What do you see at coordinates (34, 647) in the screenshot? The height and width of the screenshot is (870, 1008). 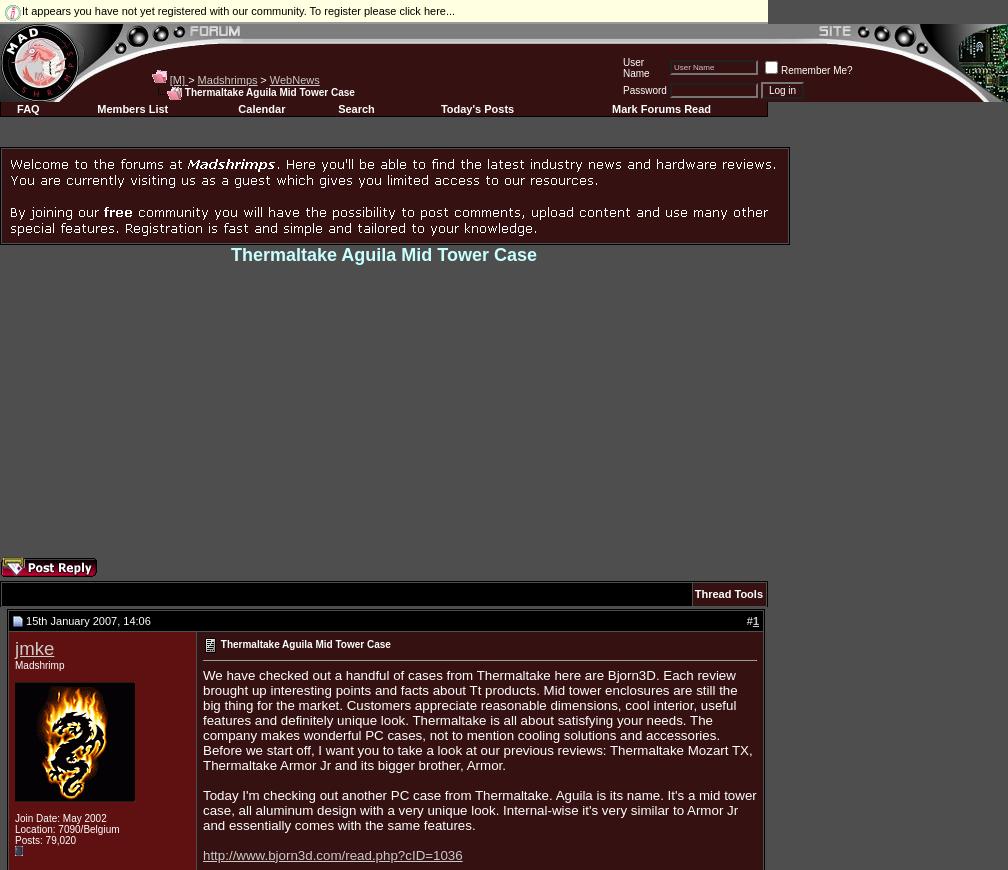 I see `'jmke'` at bounding box center [34, 647].